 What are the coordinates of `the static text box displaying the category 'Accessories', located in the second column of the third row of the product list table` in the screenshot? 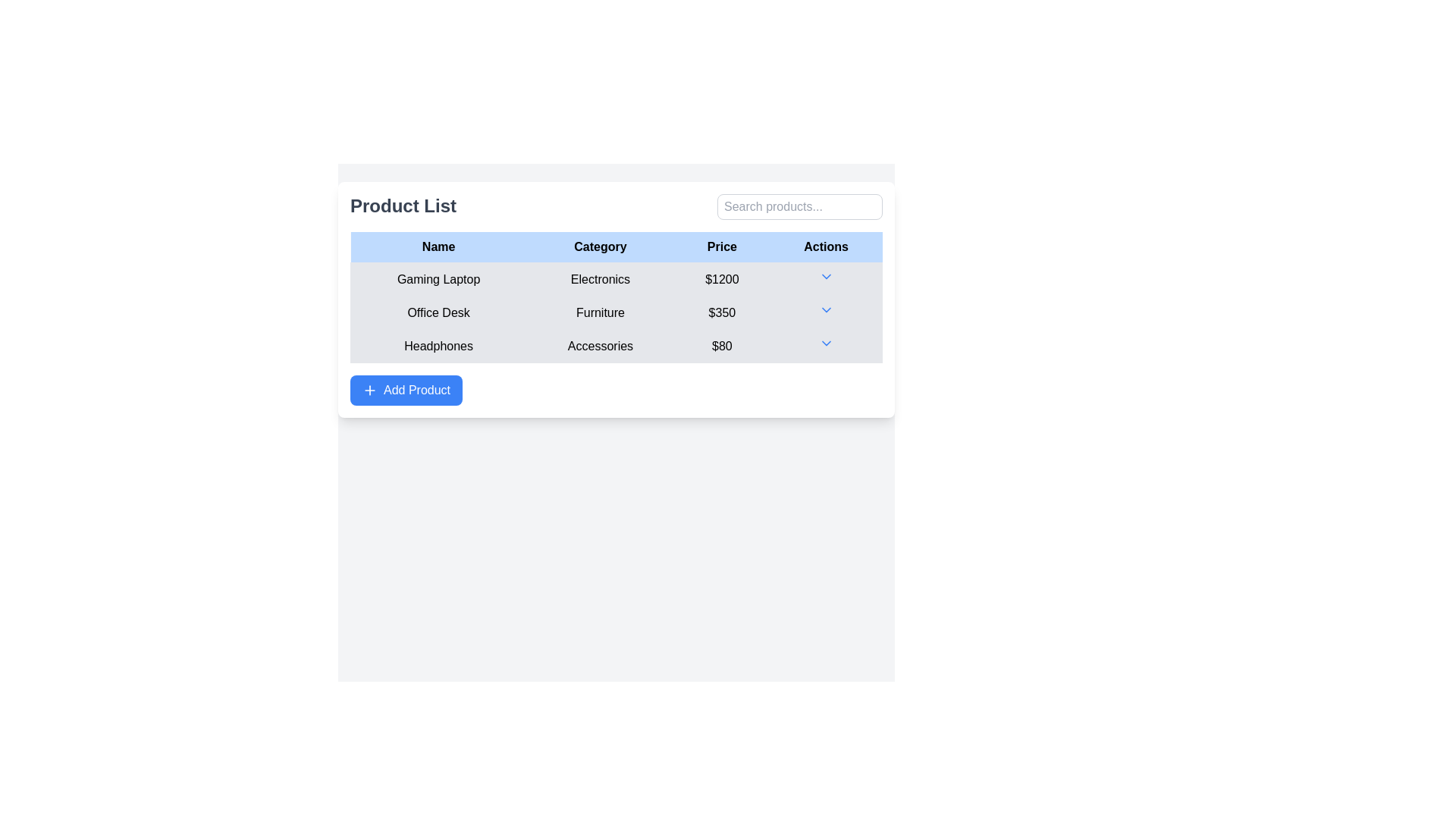 It's located at (600, 346).